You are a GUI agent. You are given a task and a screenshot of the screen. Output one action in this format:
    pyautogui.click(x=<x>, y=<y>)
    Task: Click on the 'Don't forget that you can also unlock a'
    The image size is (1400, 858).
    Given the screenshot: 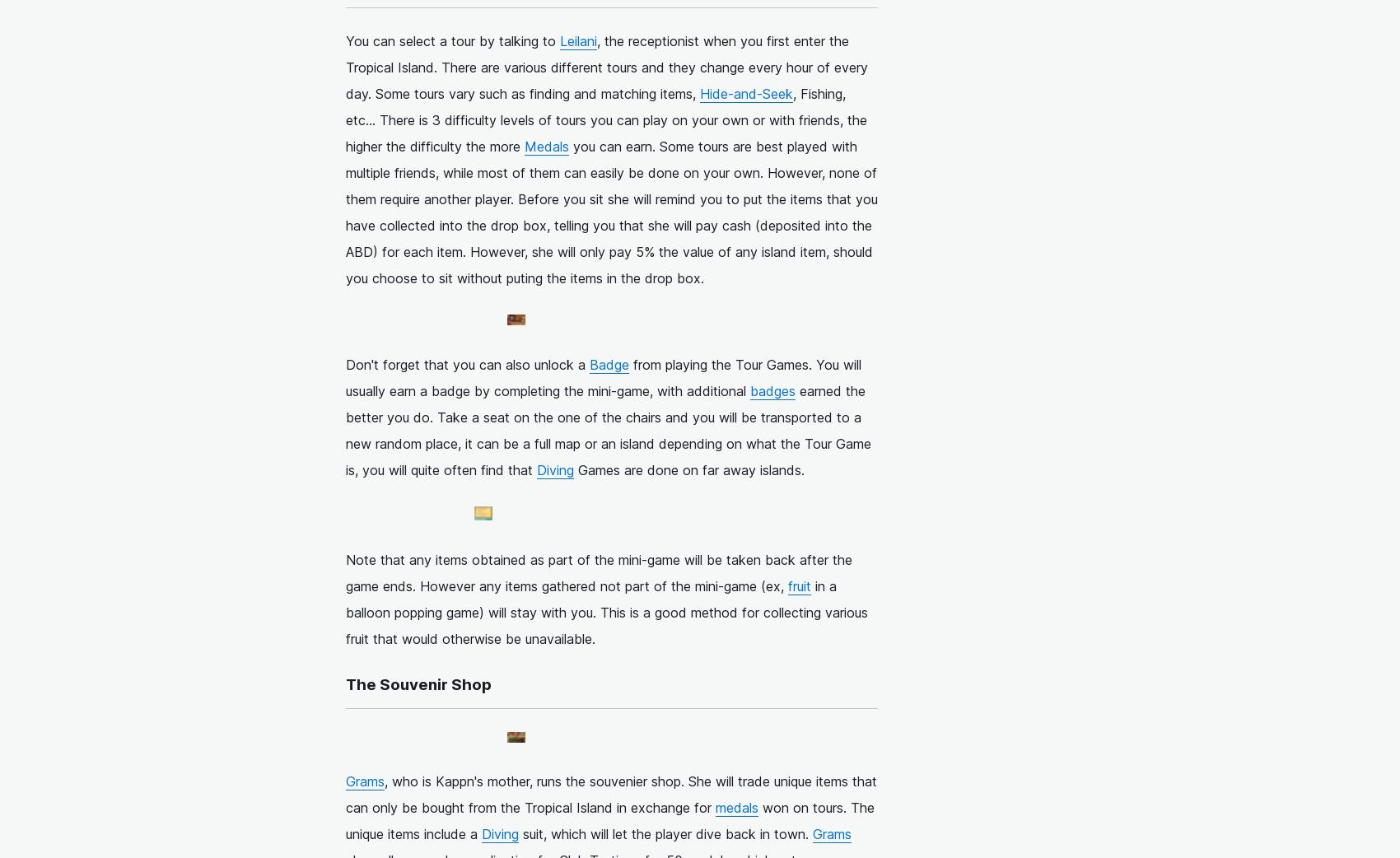 What is the action you would take?
    pyautogui.click(x=466, y=364)
    